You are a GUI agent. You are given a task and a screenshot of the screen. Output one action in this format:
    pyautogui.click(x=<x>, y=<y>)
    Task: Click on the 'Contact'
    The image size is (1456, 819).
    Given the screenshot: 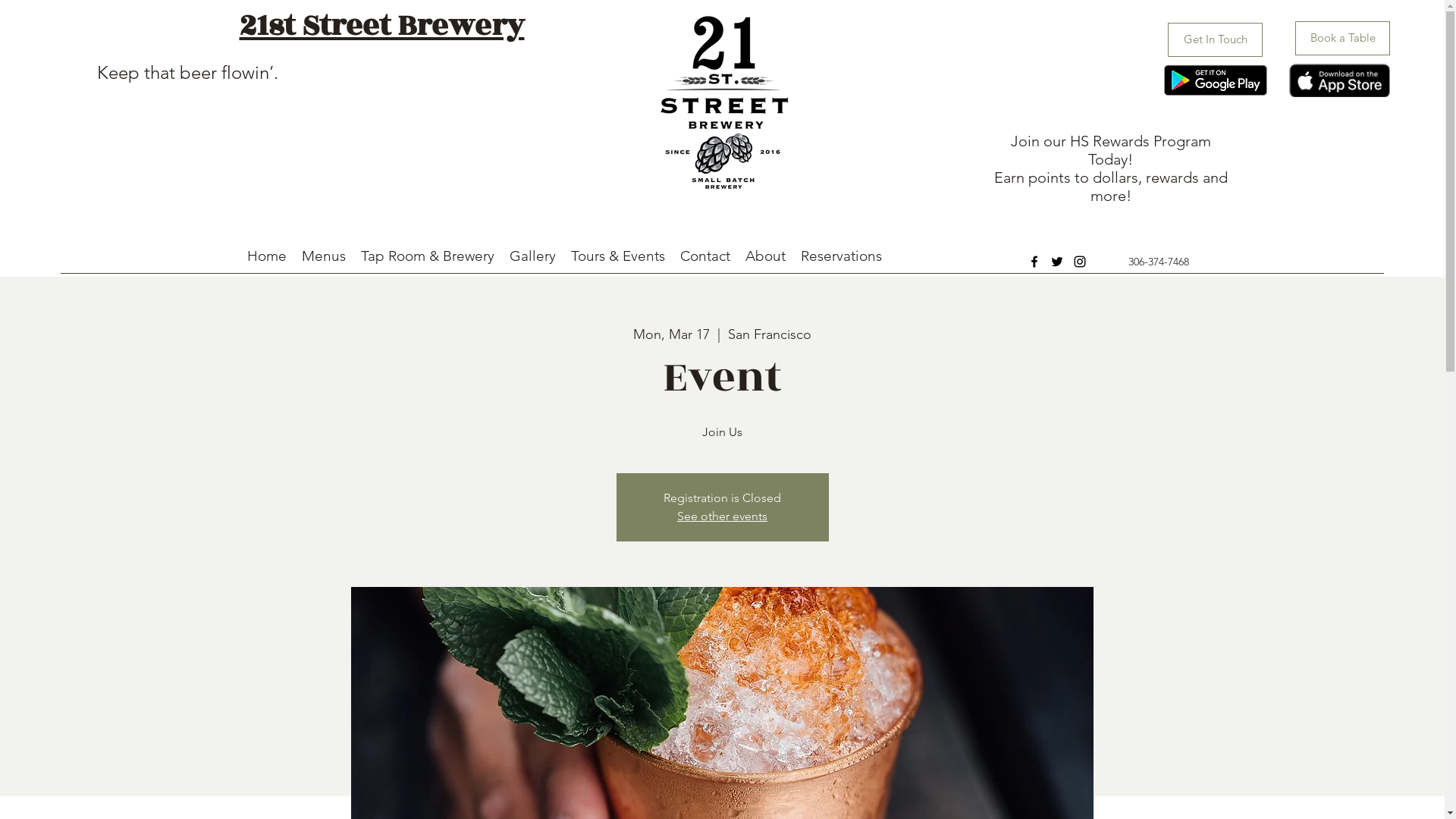 What is the action you would take?
    pyautogui.click(x=671, y=256)
    